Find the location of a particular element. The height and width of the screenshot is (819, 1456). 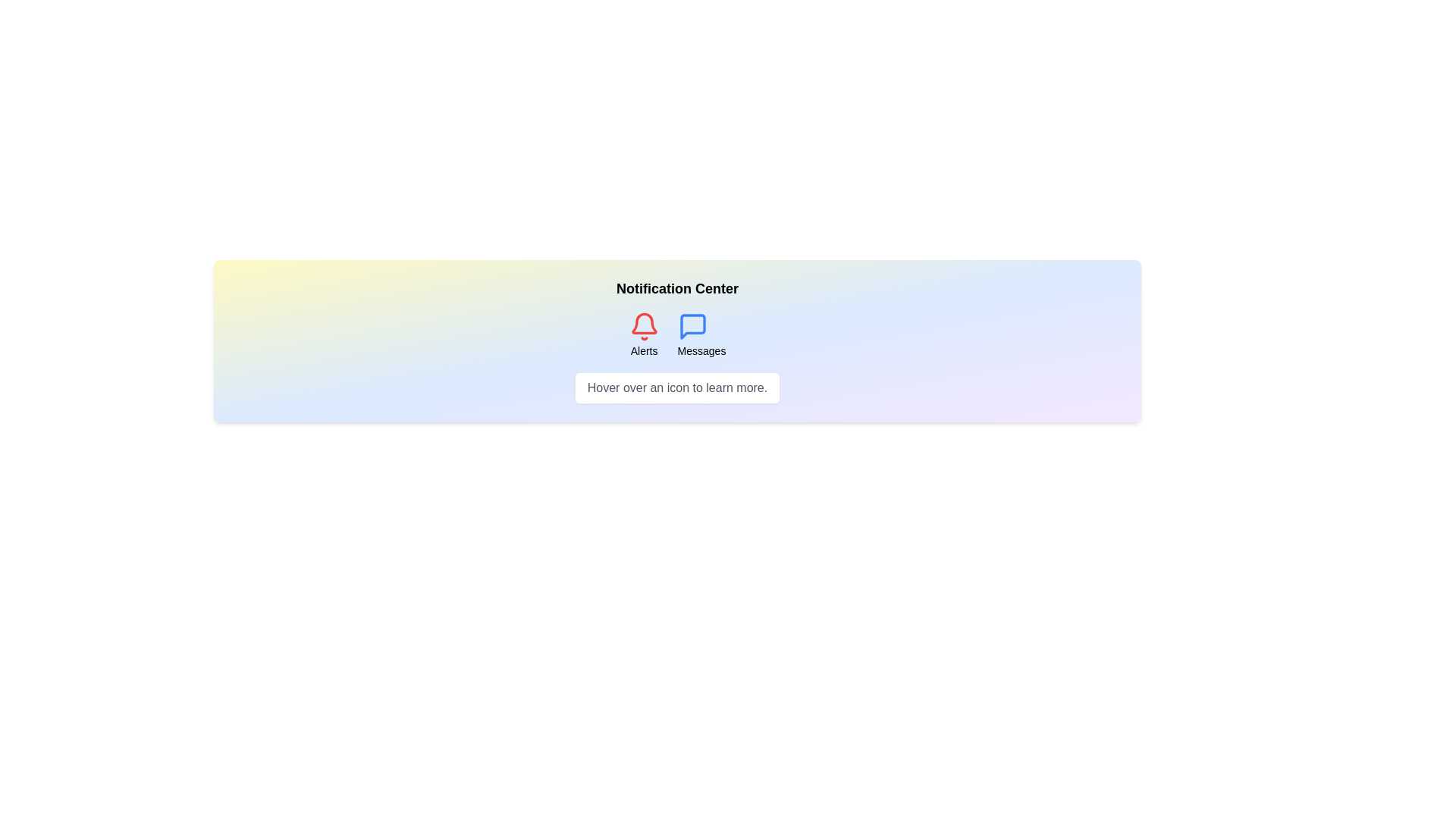

the 'Alerts' or 'Messages' icon within the Notification Center is located at coordinates (676, 335).